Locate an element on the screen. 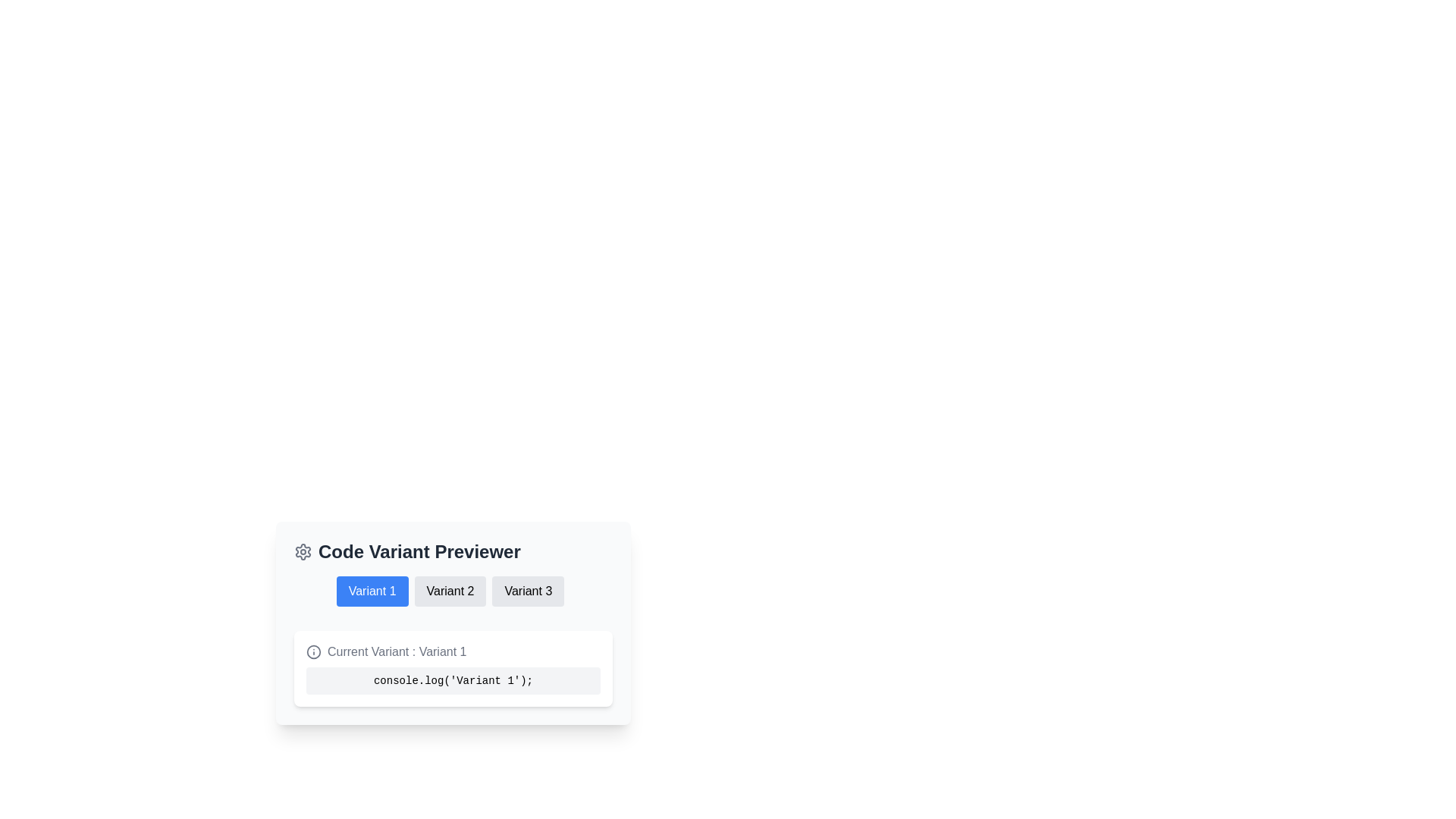 The width and height of the screenshot is (1456, 819). the rectangular button labeled 'Variant 1' with a blue background and white text is located at coordinates (372, 590).